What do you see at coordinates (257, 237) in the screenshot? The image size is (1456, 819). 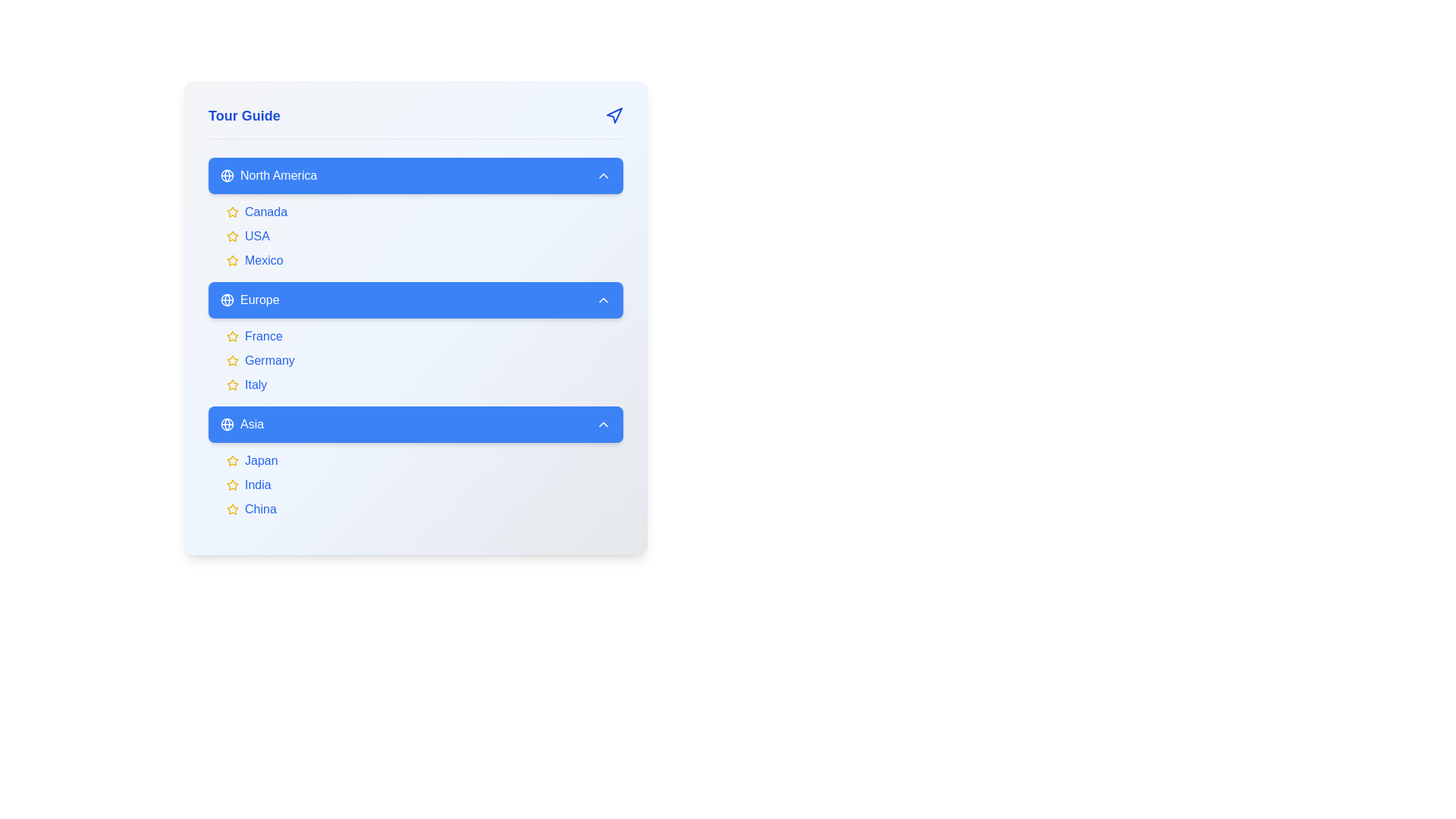 I see `the clickable hyperlink text that points to the section labeled 'USA'` at bounding box center [257, 237].